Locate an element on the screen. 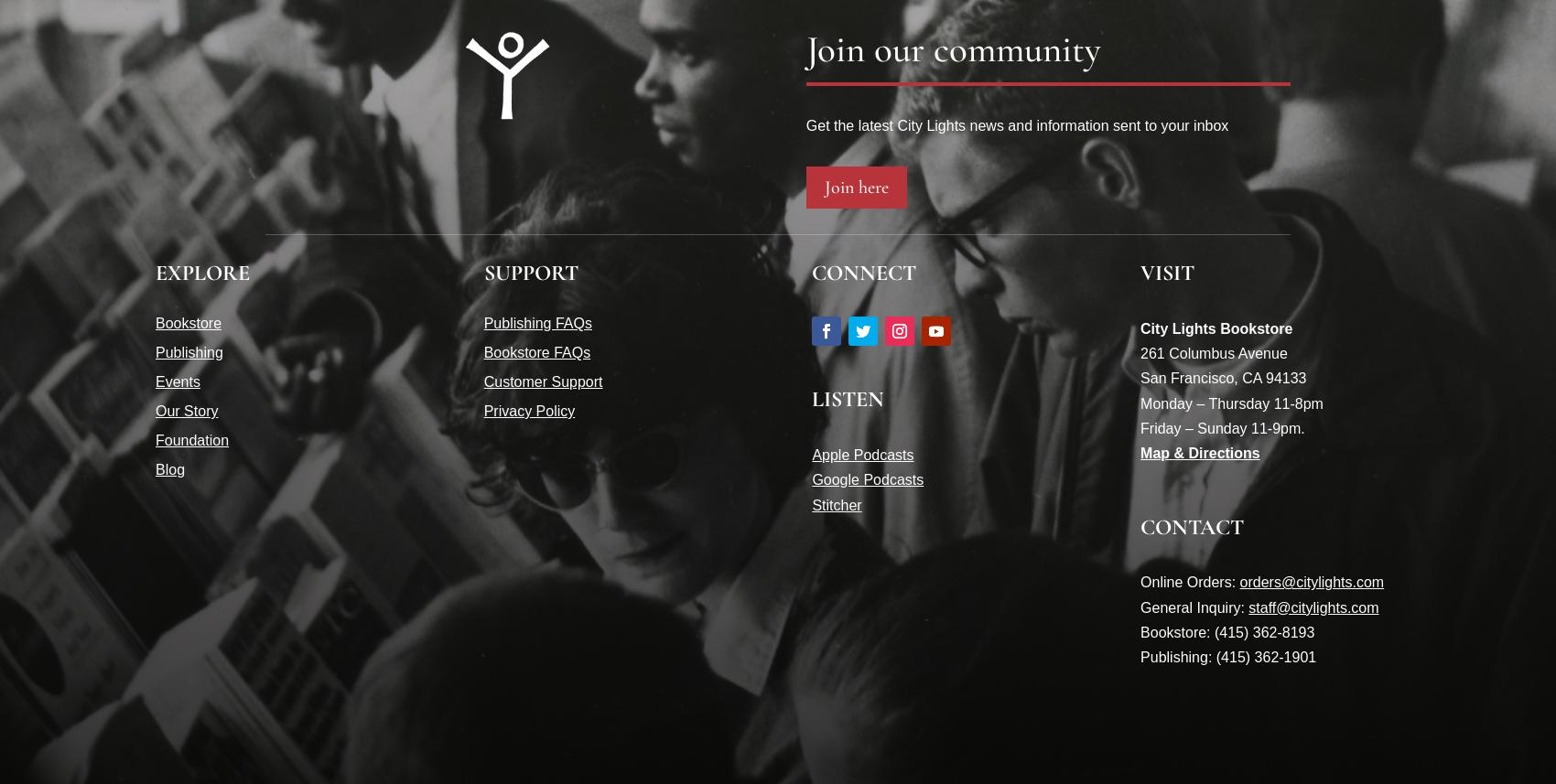  'EXPLORE' is located at coordinates (202, 272).